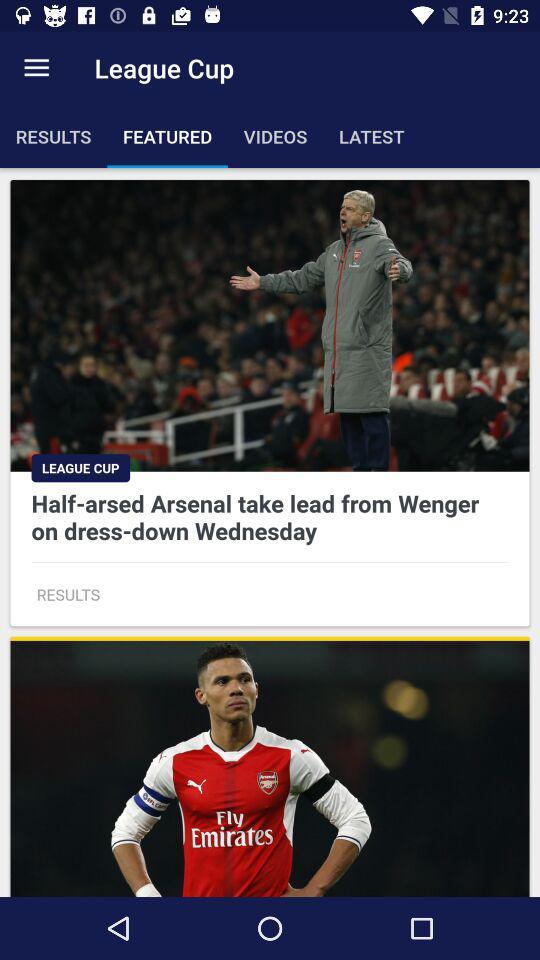 This screenshot has height=960, width=540. I want to click on the videos, so click(274, 135).